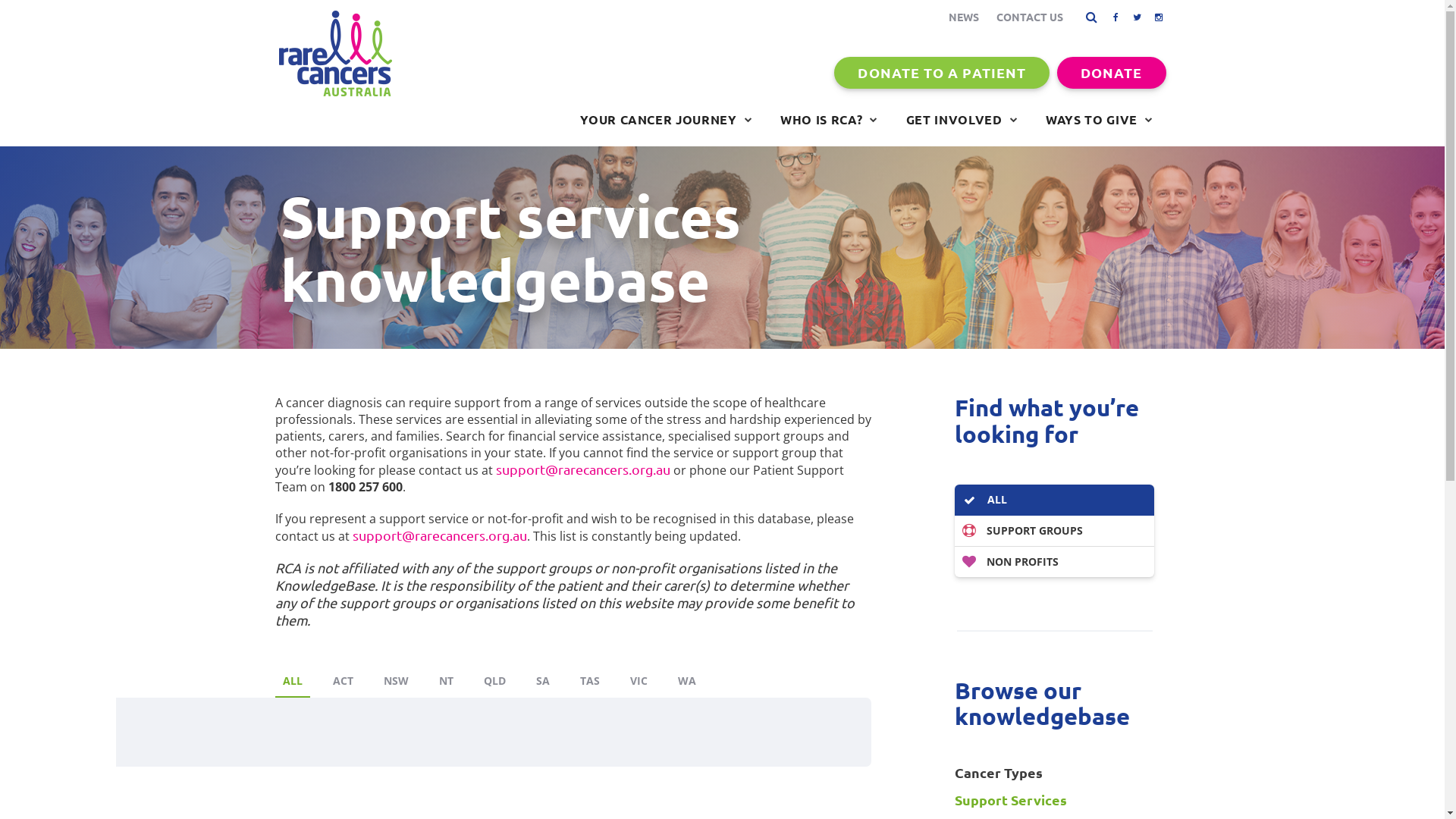 This screenshot has height=819, width=1456. What do you see at coordinates (396, 681) in the screenshot?
I see `'NSW'` at bounding box center [396, 681].